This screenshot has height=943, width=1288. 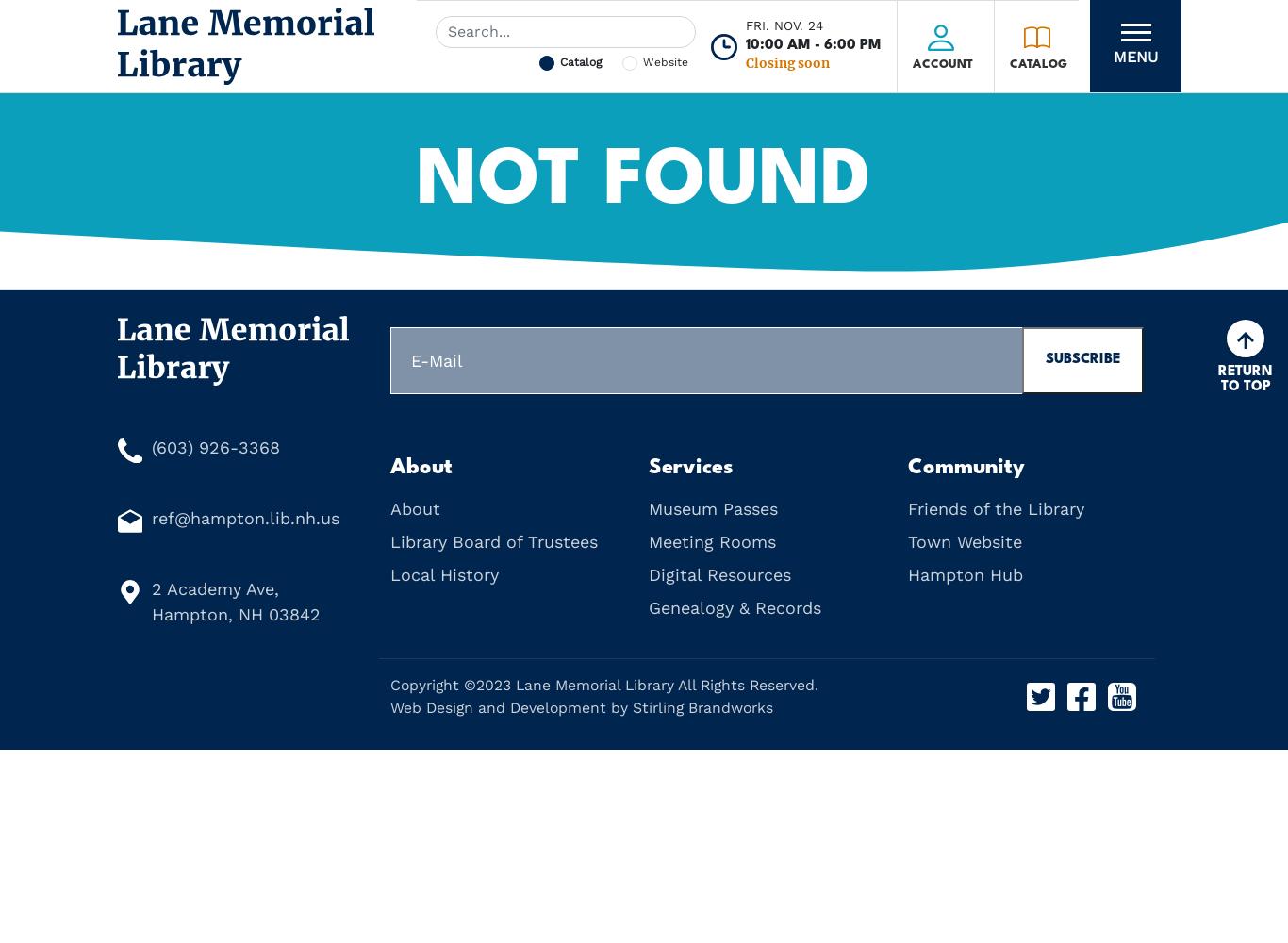 I want to click on 'Stirling Brandworks', so click(x=702, y=707).